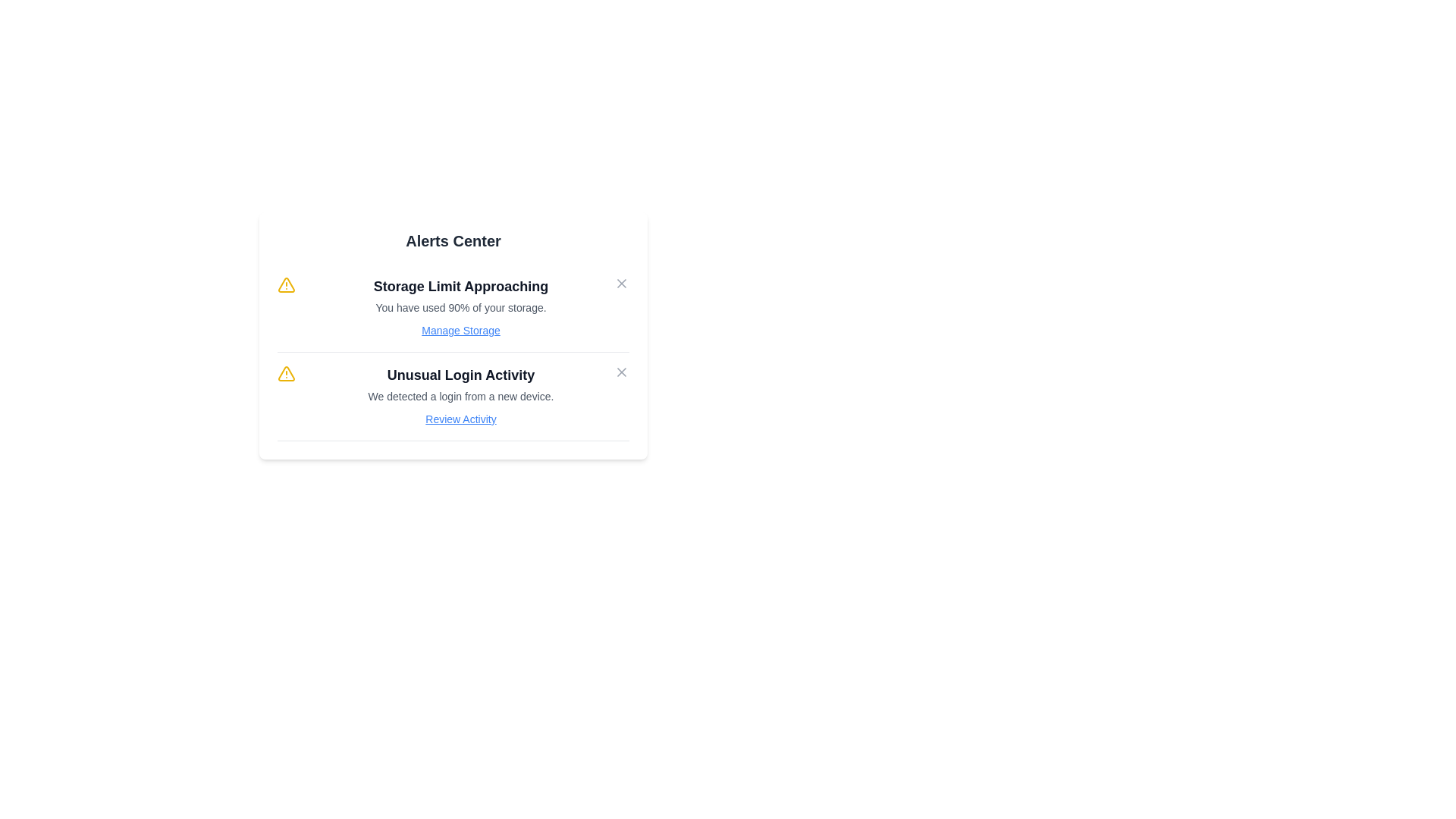 The width and height of the screenshot is (1456, 819). Describe the element at coordinates (460, 329) in the screenshot. I see `the alert action link Manage Storage` at that location.